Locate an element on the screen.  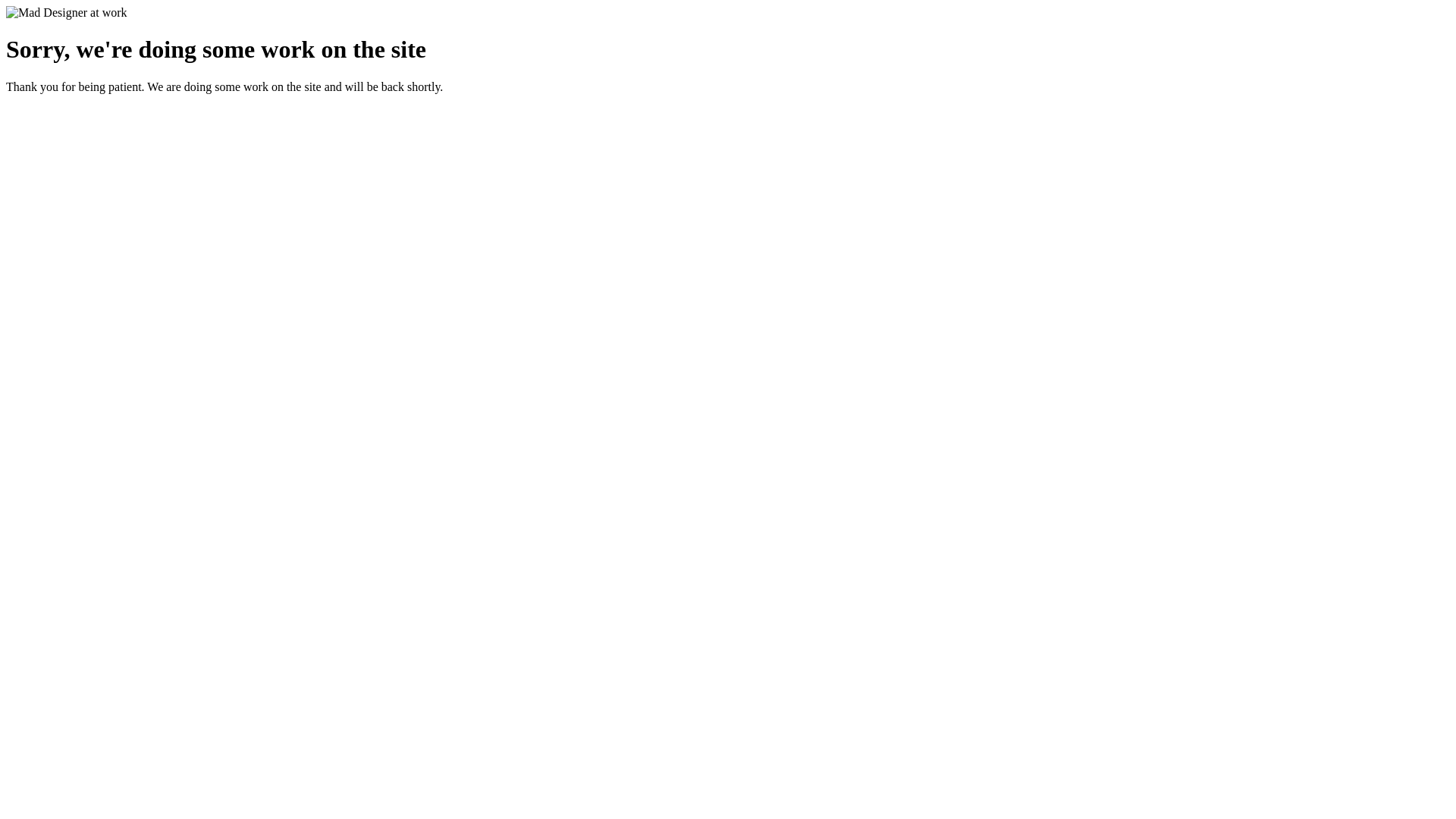
'Mad Designer at work' is located at coordinates (65, 12).